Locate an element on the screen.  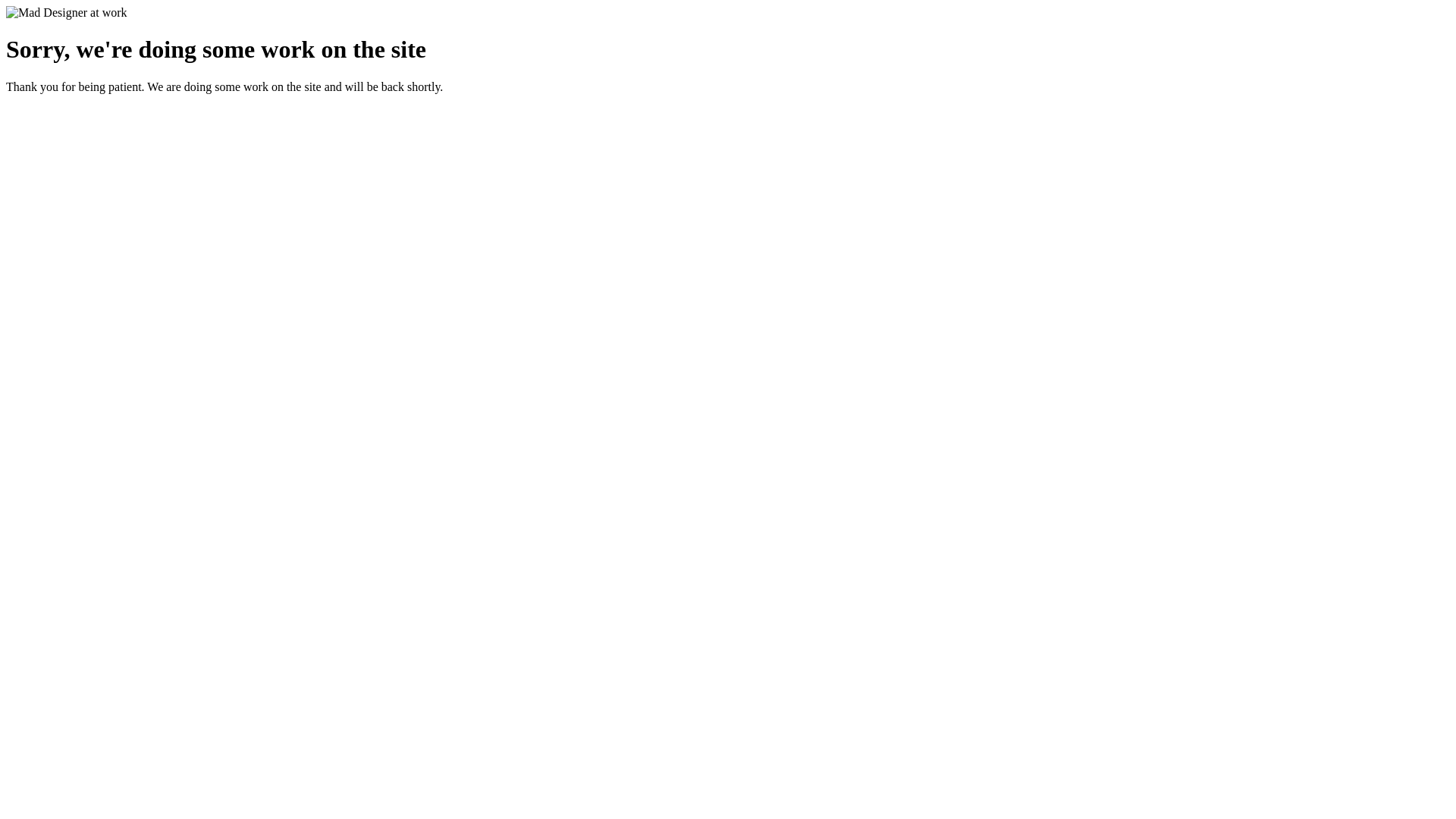
'Mad Designer at work' is located at coordinates (65, 12).